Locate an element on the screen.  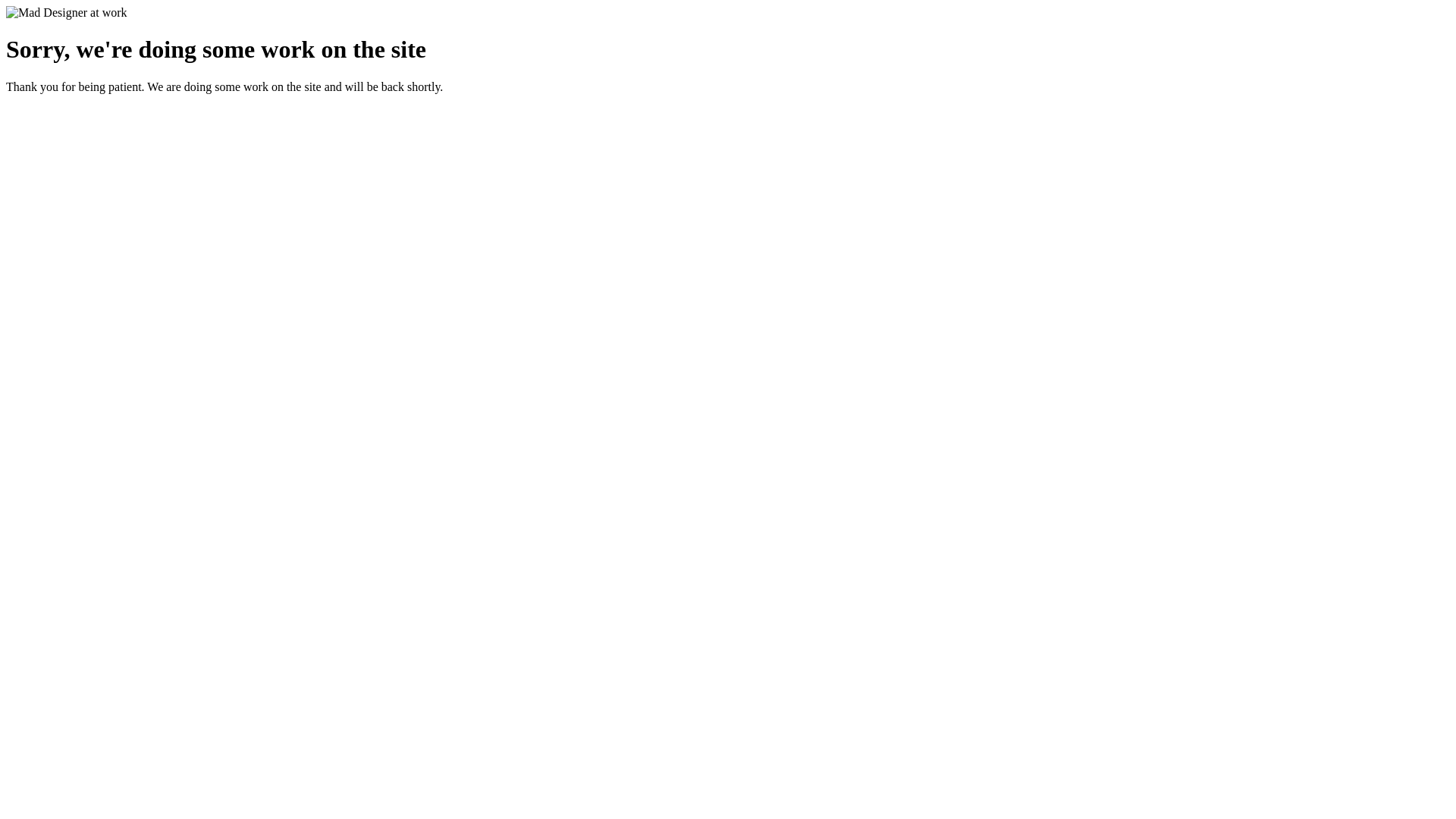
'Mad Designer at work' is located at coordinates (65, 12).